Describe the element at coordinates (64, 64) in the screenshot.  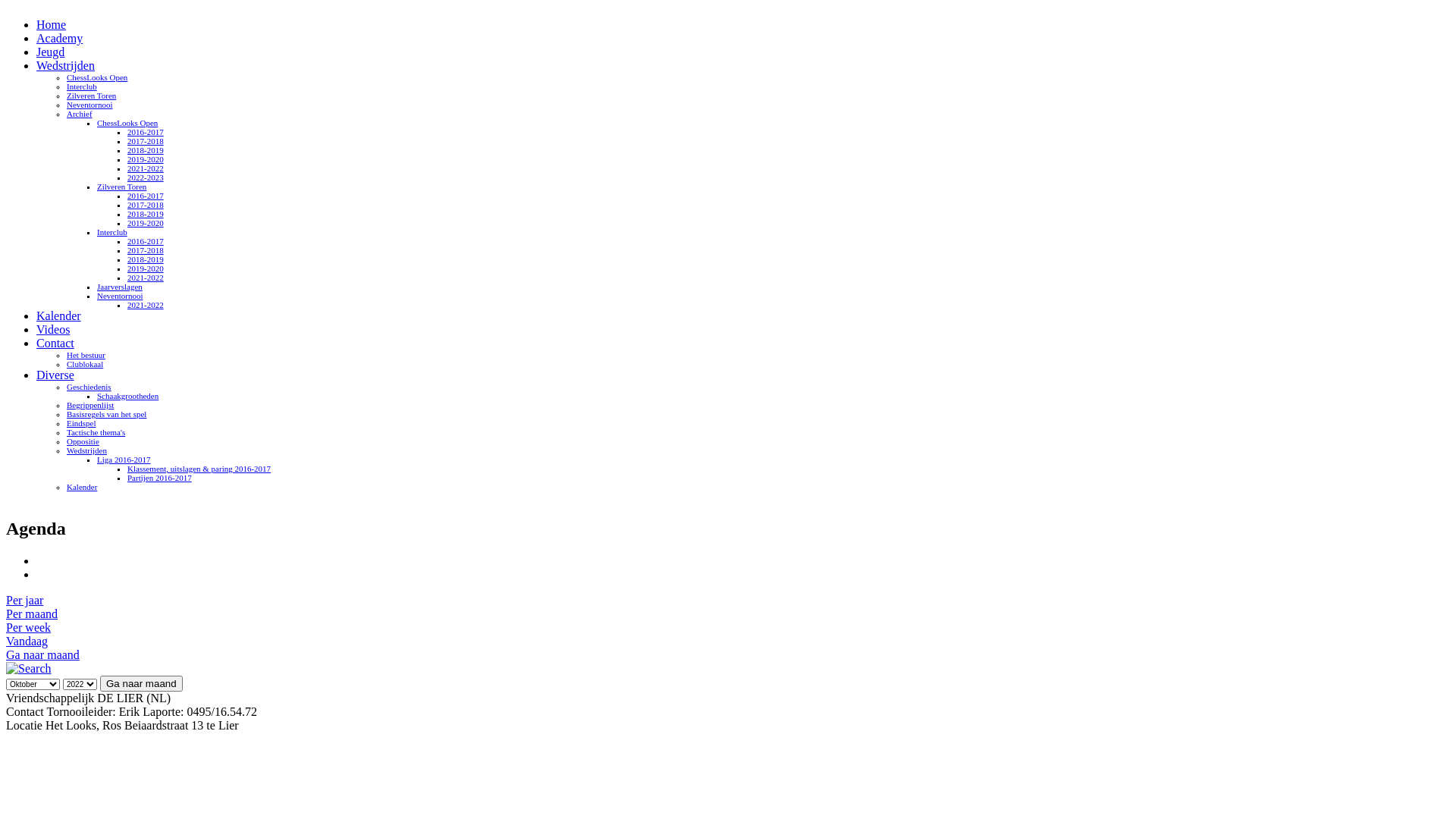
I see `'Wedstrijden'` at that location.